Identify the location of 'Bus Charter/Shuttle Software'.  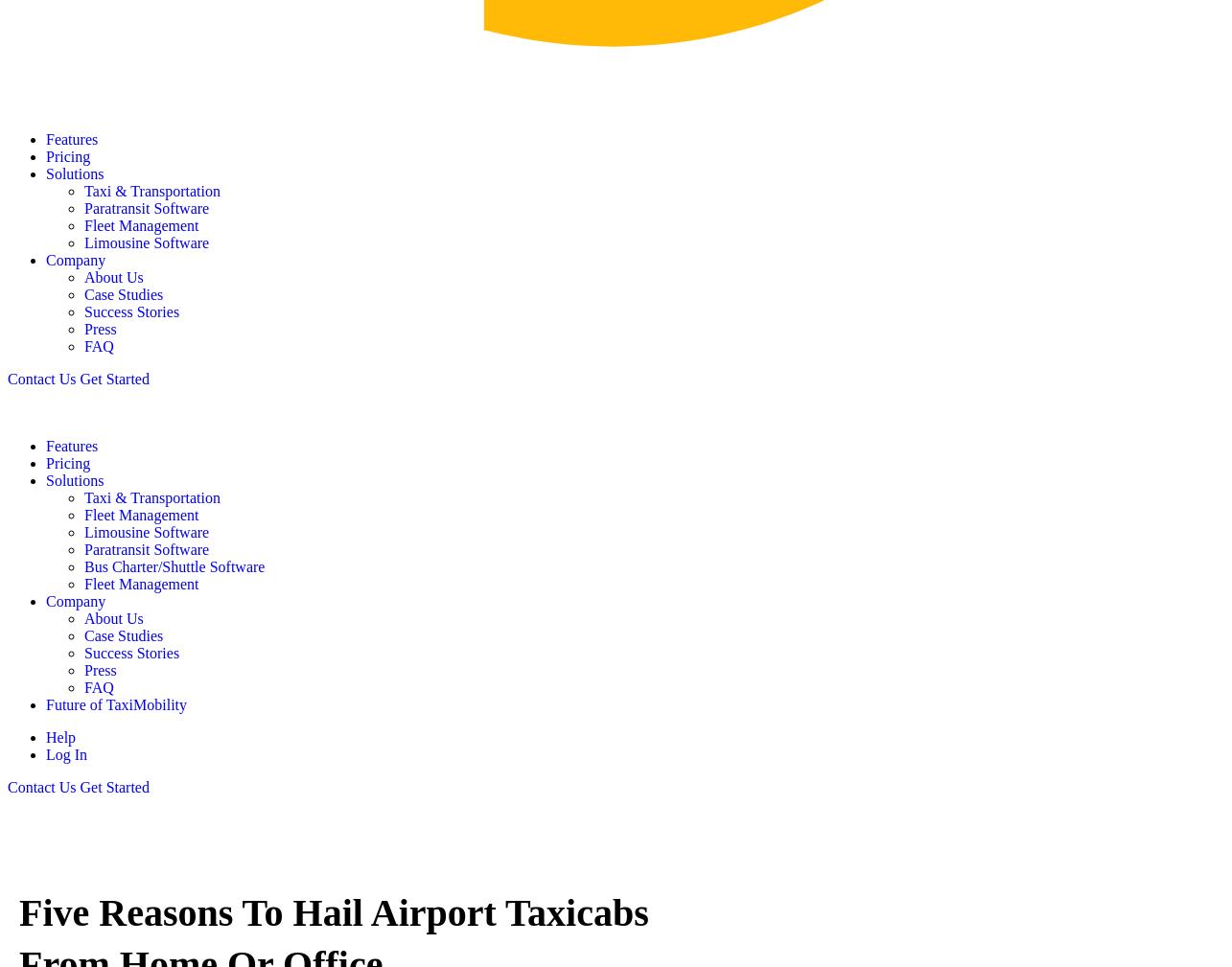
(174, 565).